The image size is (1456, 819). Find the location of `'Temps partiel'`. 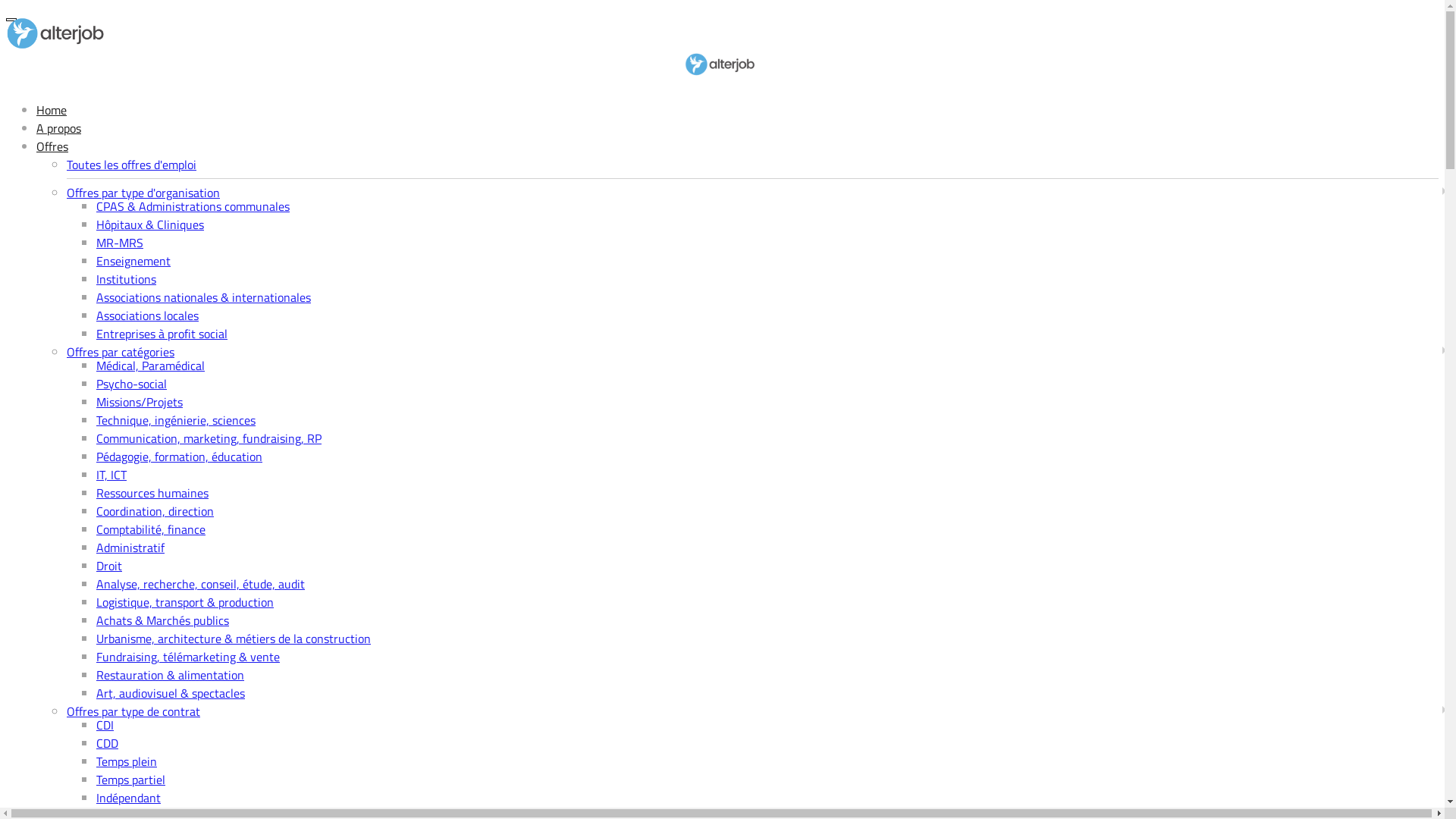

'Temps partiel' is located at coordinates (130, 780).